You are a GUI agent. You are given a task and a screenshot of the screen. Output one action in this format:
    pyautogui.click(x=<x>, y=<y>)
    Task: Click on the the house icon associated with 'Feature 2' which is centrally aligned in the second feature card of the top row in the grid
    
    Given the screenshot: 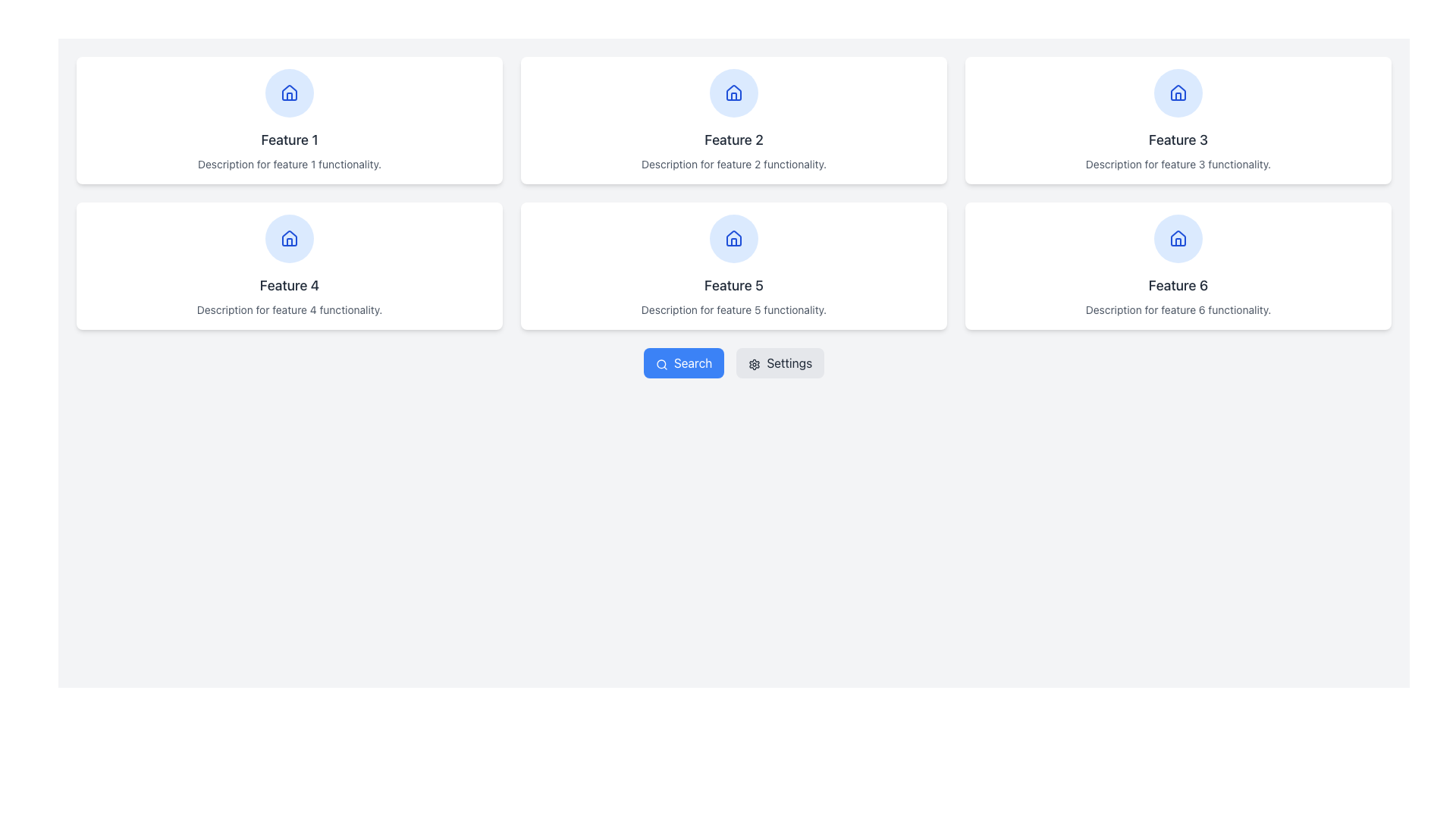 What is the action you would take?
    pyautogui.click(x=734, y=93)
    